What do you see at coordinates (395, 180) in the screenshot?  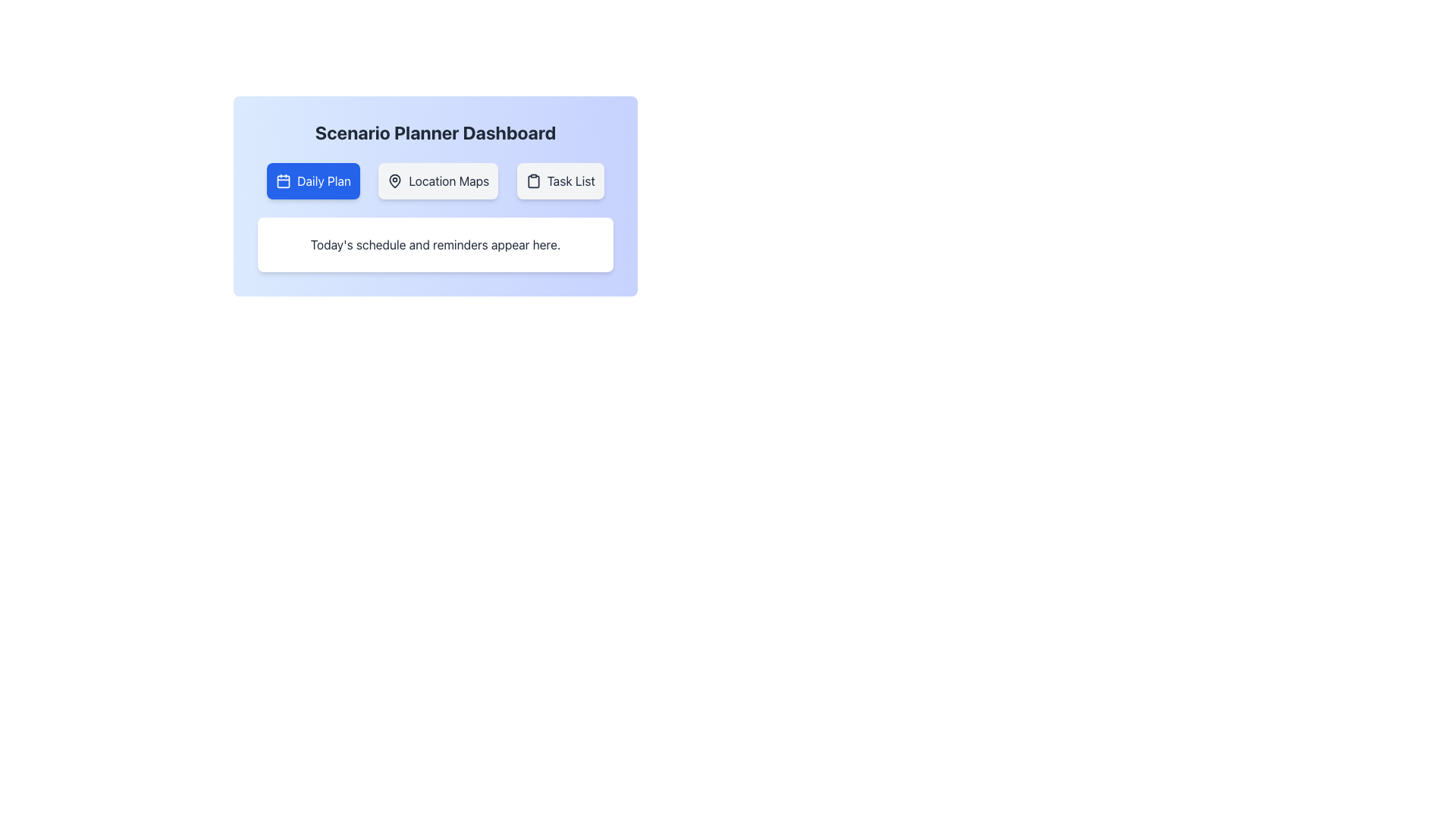 I see `the map pin icon located within the 'Location Maps' button, which is the middle button in a group of three buttons on the dashboard` at bounding box center [395, 180].